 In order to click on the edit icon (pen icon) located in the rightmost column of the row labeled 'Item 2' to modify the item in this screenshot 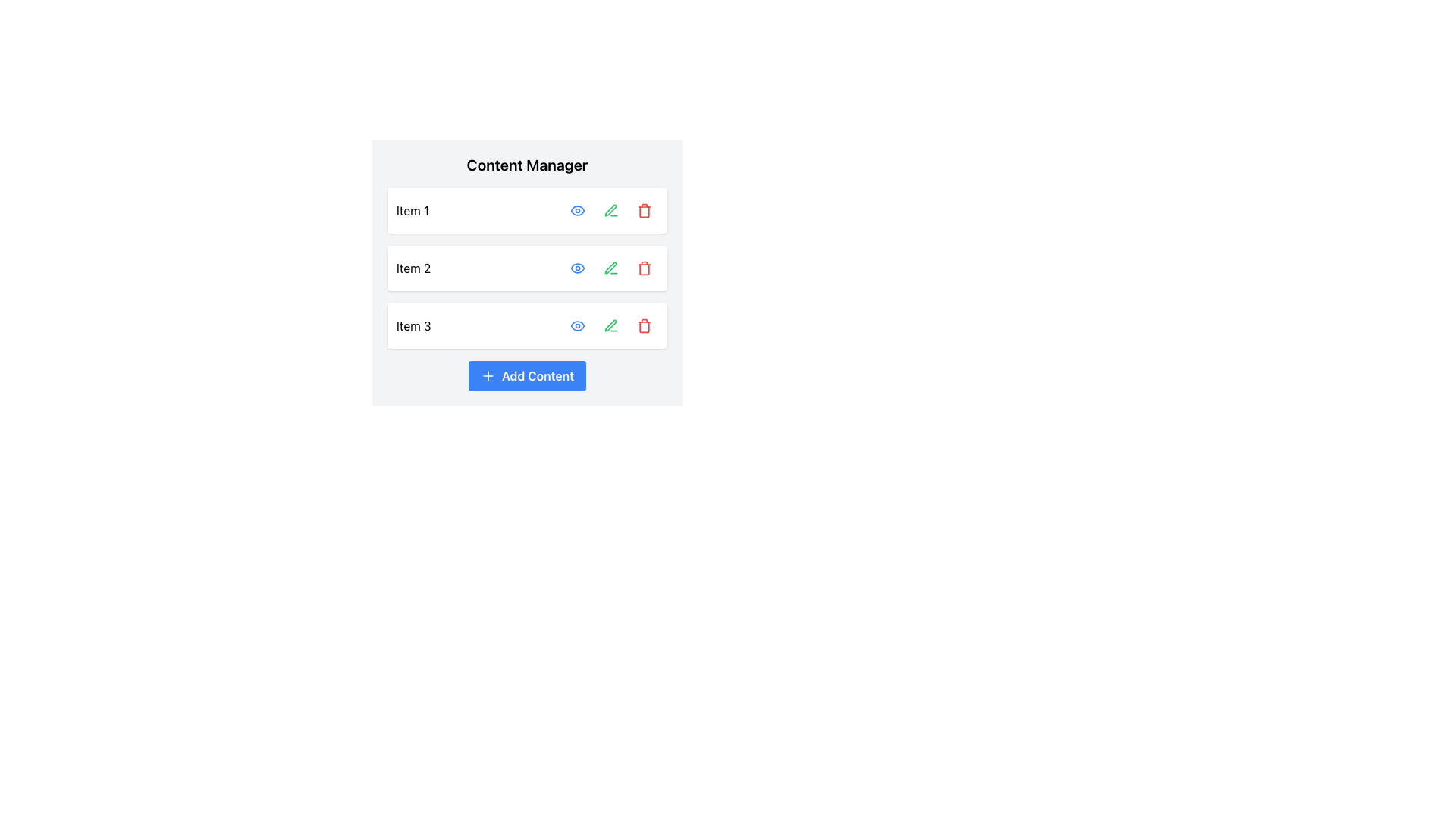, I will do `click(610, 267)`.